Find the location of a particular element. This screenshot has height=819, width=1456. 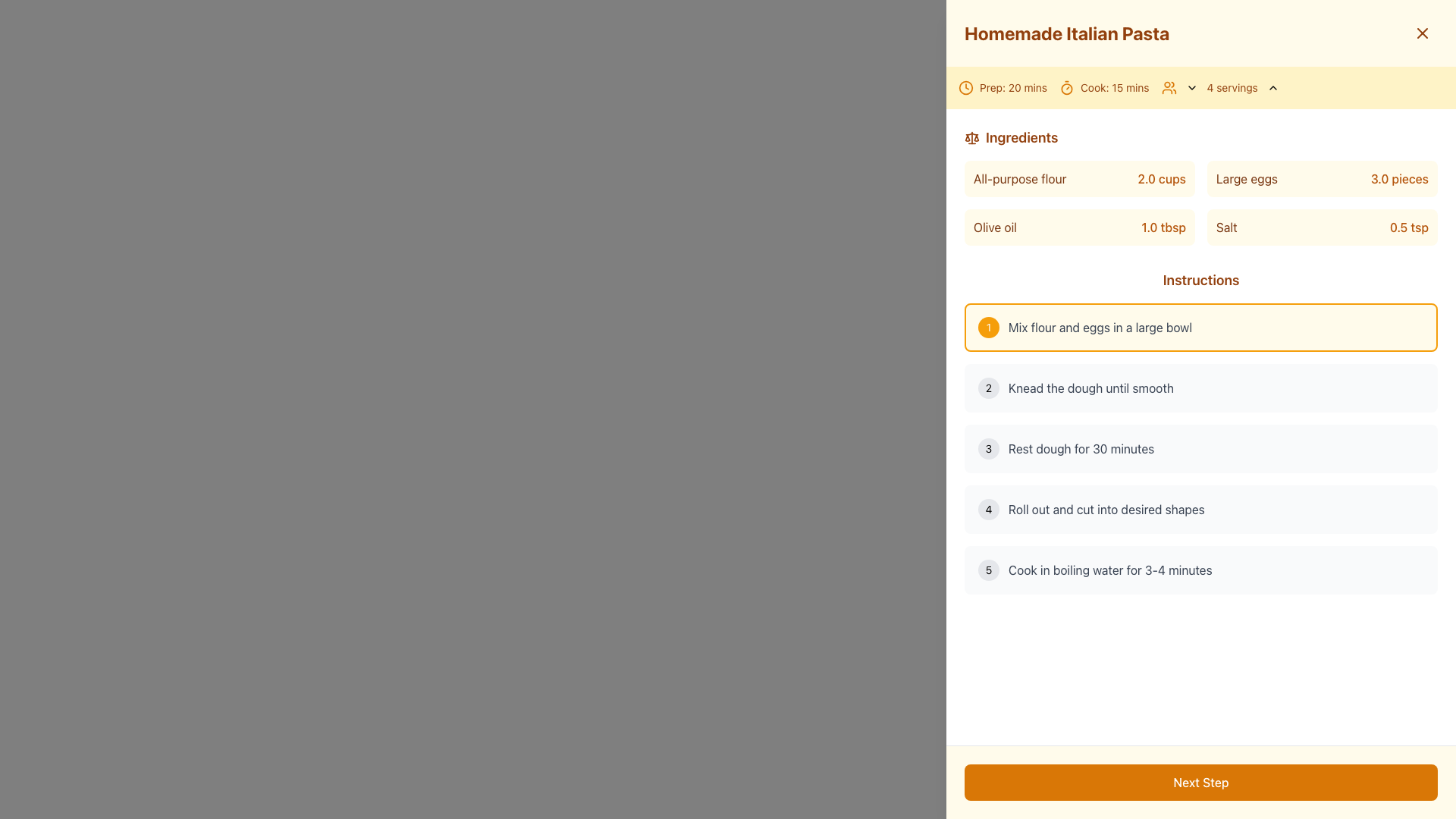

the label element that indicates cooking time for the associated recipe, located in the header section of the card, positioned between 'Prep: 20 mins' and '4 servings' is located at coordinates (1104, 87).